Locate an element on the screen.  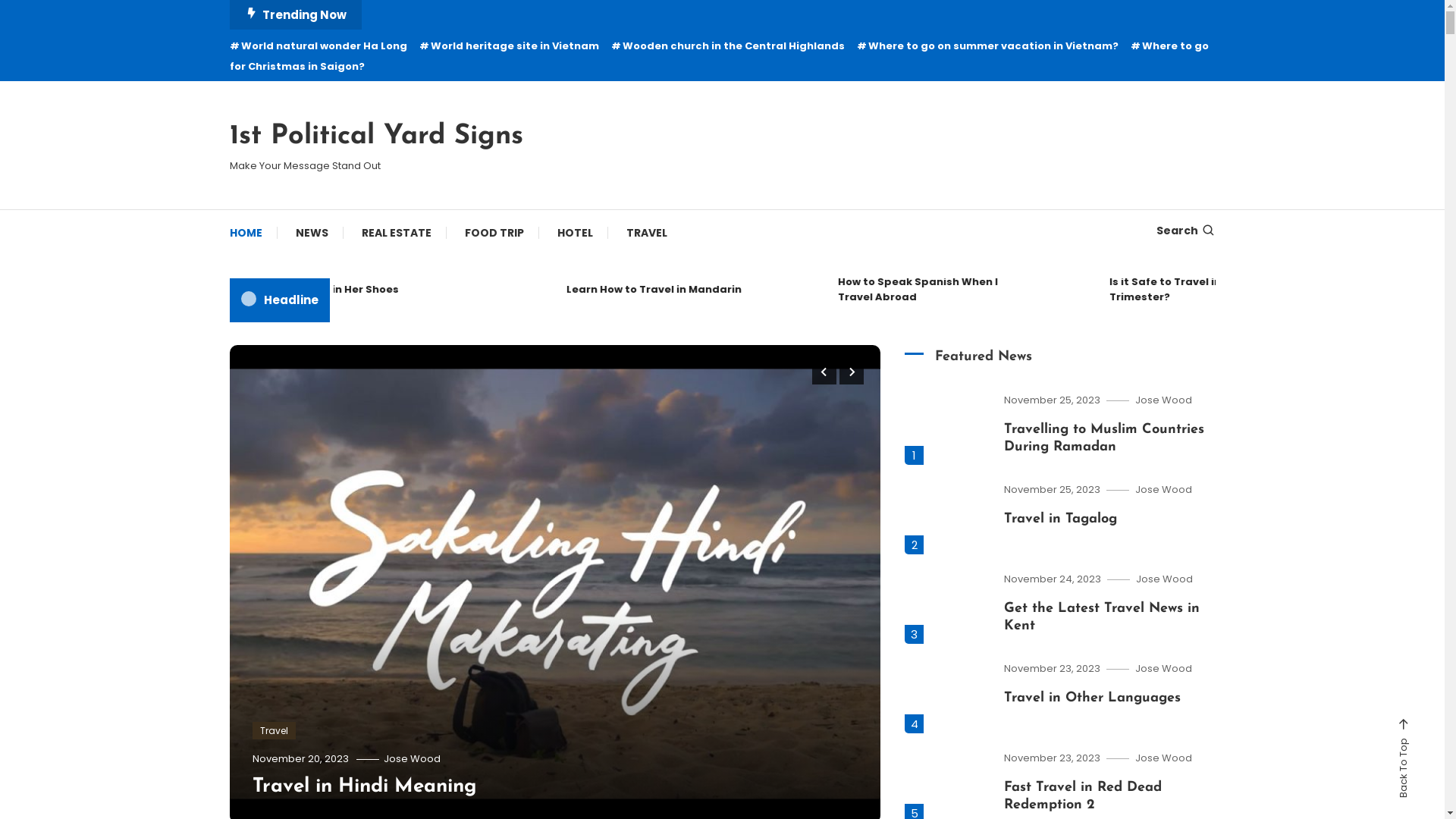
'NEWS' is located at coordinates (311, 233).